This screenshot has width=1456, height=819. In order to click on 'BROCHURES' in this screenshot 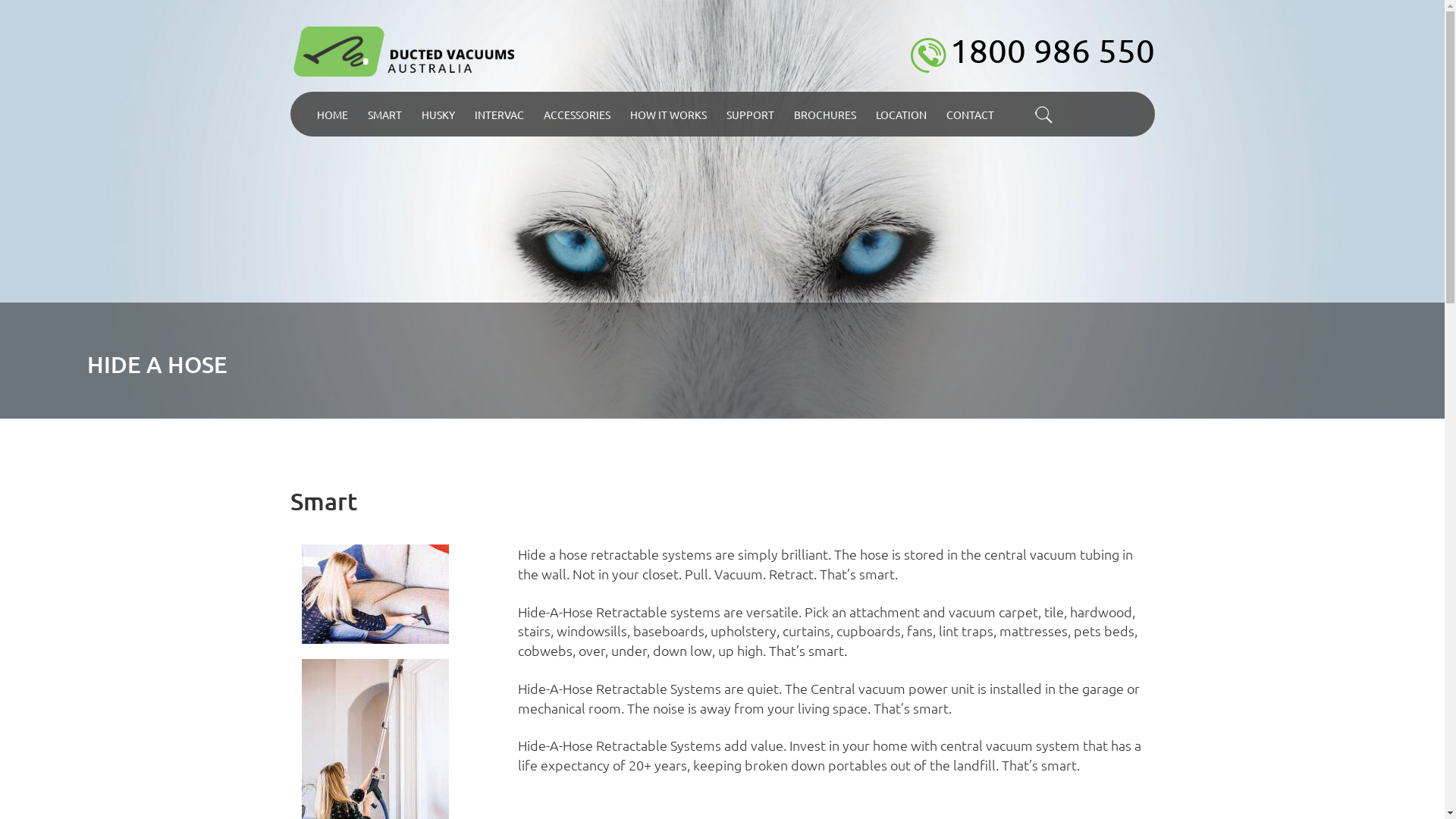, I will do `click(824, 113)`.